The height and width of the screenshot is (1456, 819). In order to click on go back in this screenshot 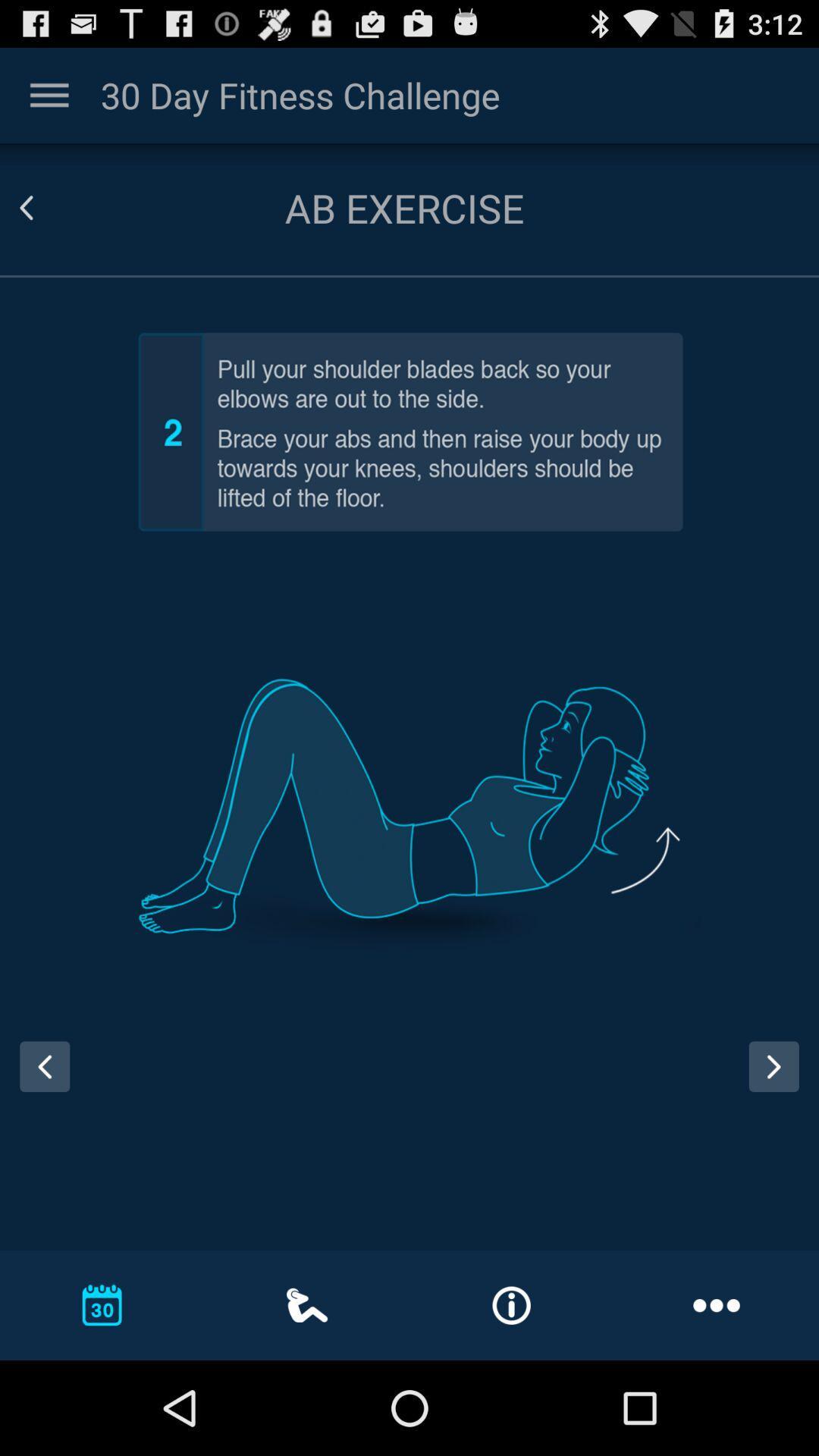, I will do `click(44, 1065)`.